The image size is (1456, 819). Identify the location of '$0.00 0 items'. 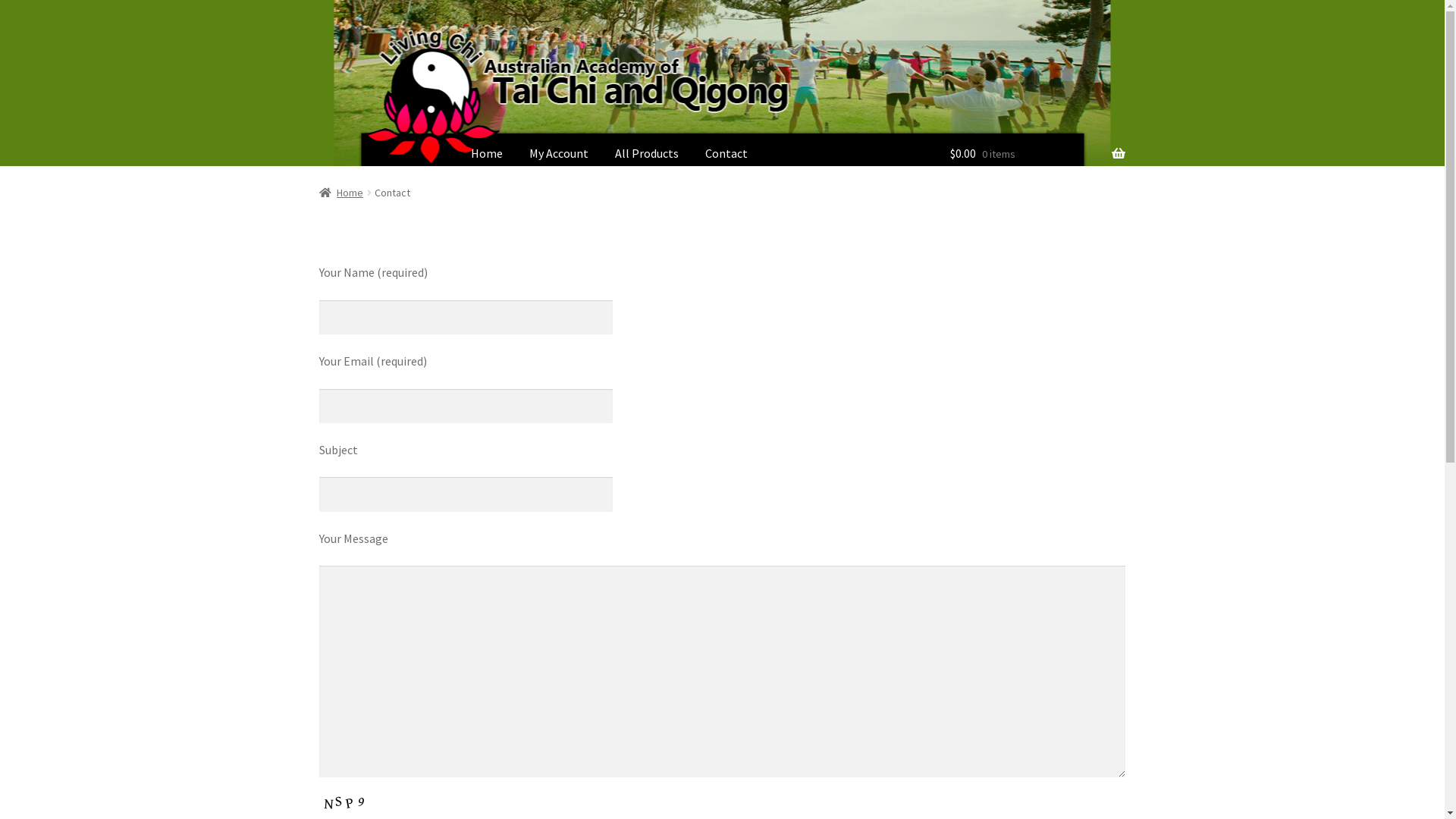
(1037, 155).